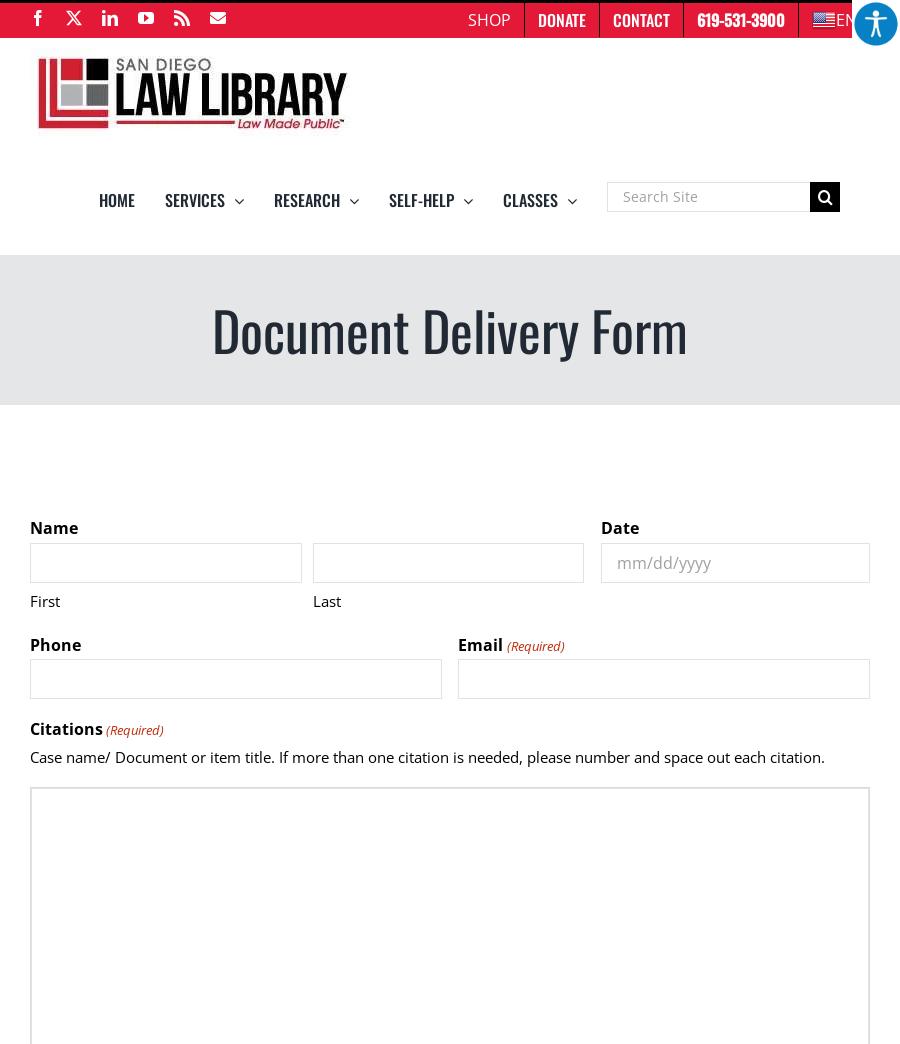  Describe the element at coordinates (259, 328) in the screenshot. I see `'Borrowers Program'` at that location.